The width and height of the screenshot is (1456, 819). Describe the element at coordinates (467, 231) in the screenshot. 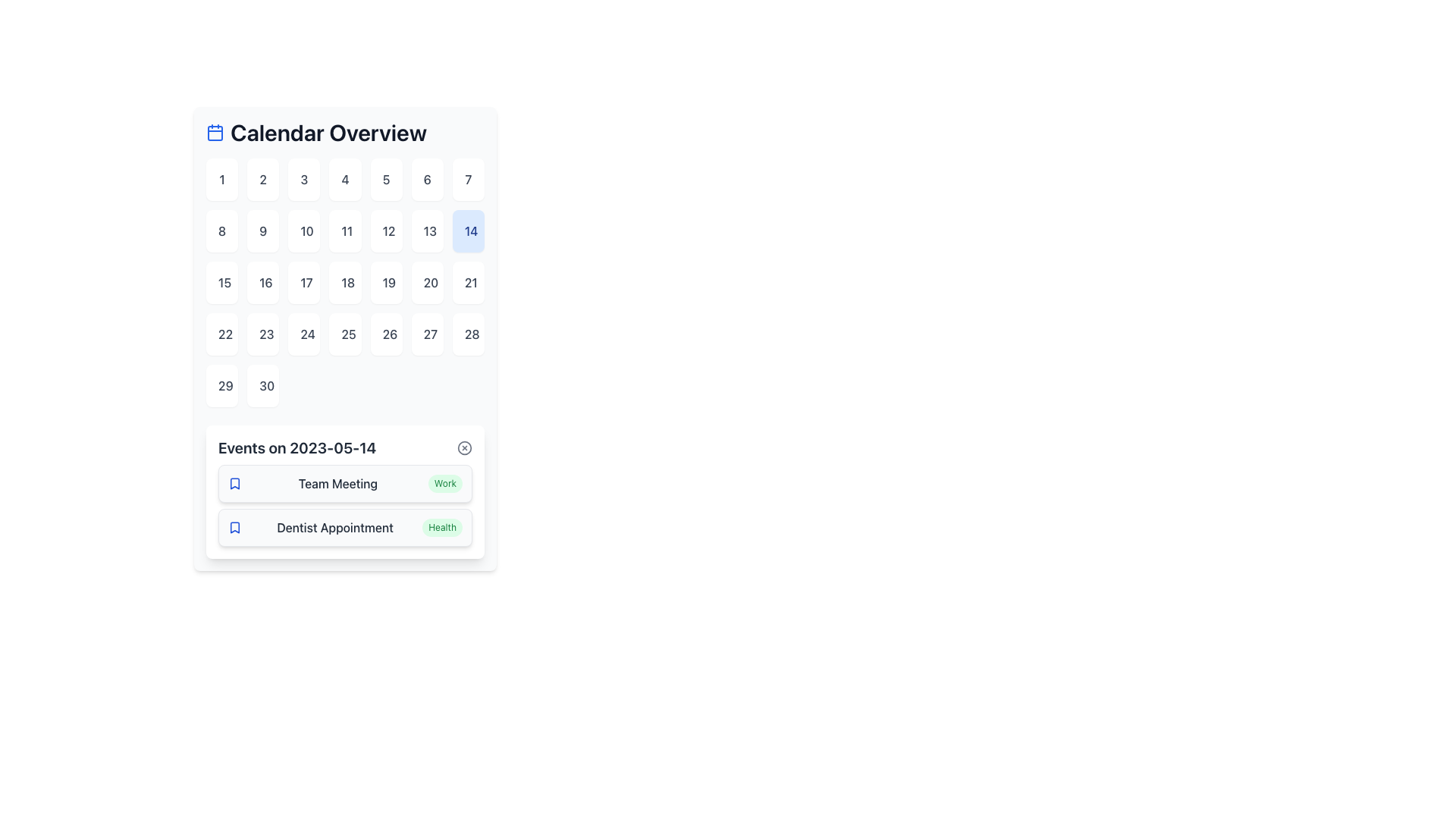

I see `the selectable day '14' button in the calendar interface` at that location.